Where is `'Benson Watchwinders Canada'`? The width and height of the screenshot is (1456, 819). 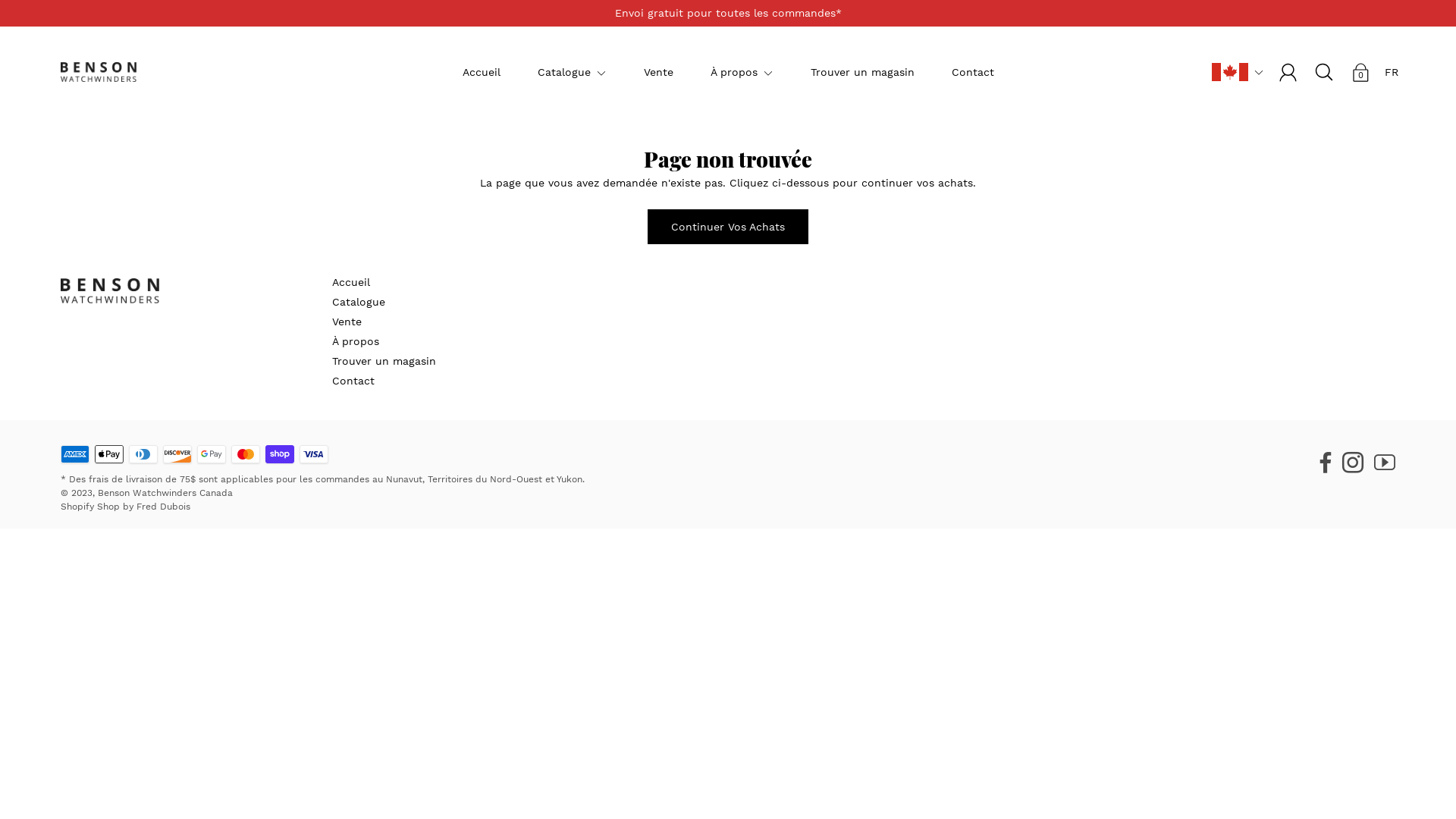
'Benson Watchwinders Canada' is located at coordinates (165, 493).